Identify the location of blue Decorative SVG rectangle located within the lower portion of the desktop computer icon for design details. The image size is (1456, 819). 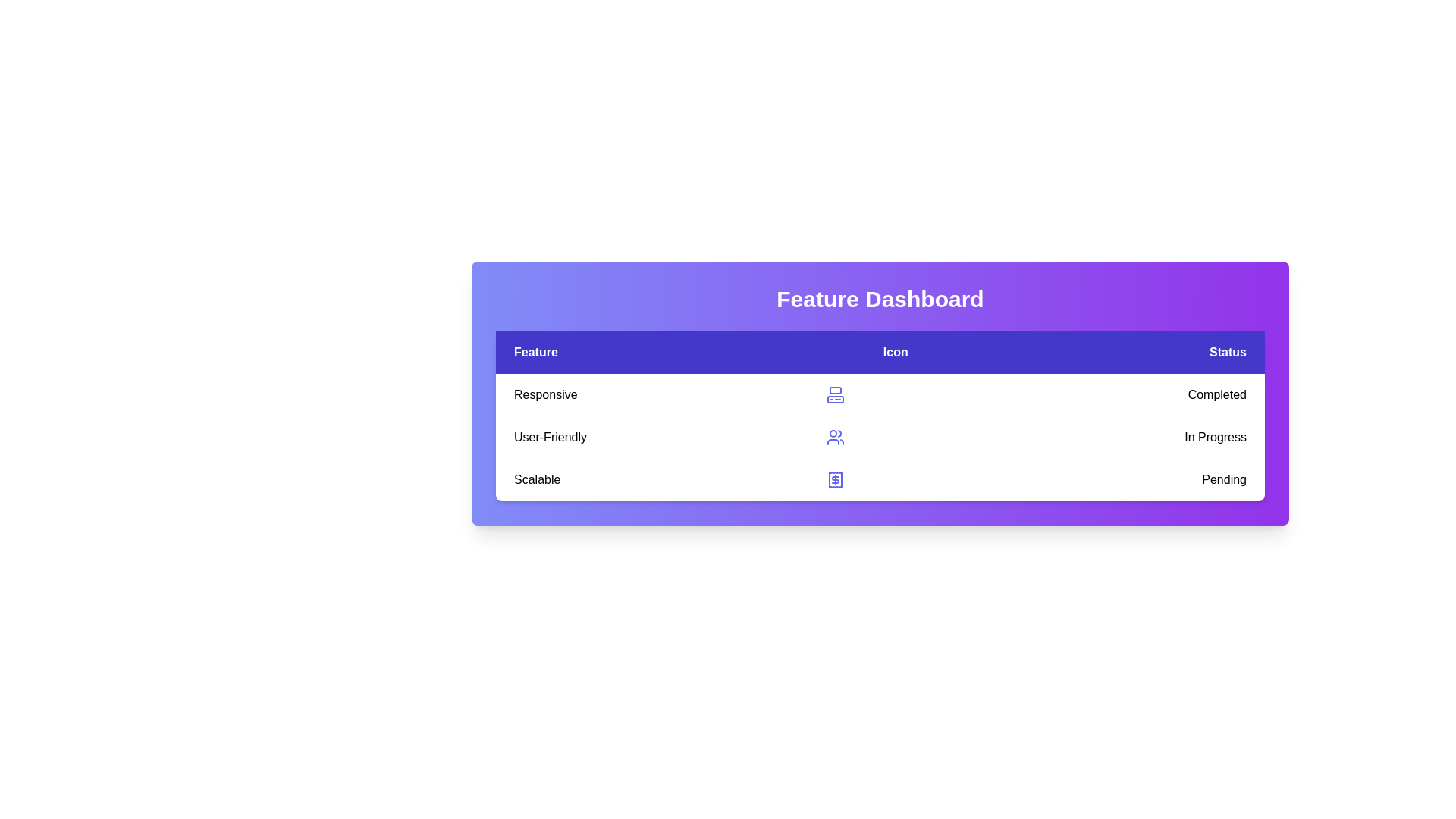
(834, 399).